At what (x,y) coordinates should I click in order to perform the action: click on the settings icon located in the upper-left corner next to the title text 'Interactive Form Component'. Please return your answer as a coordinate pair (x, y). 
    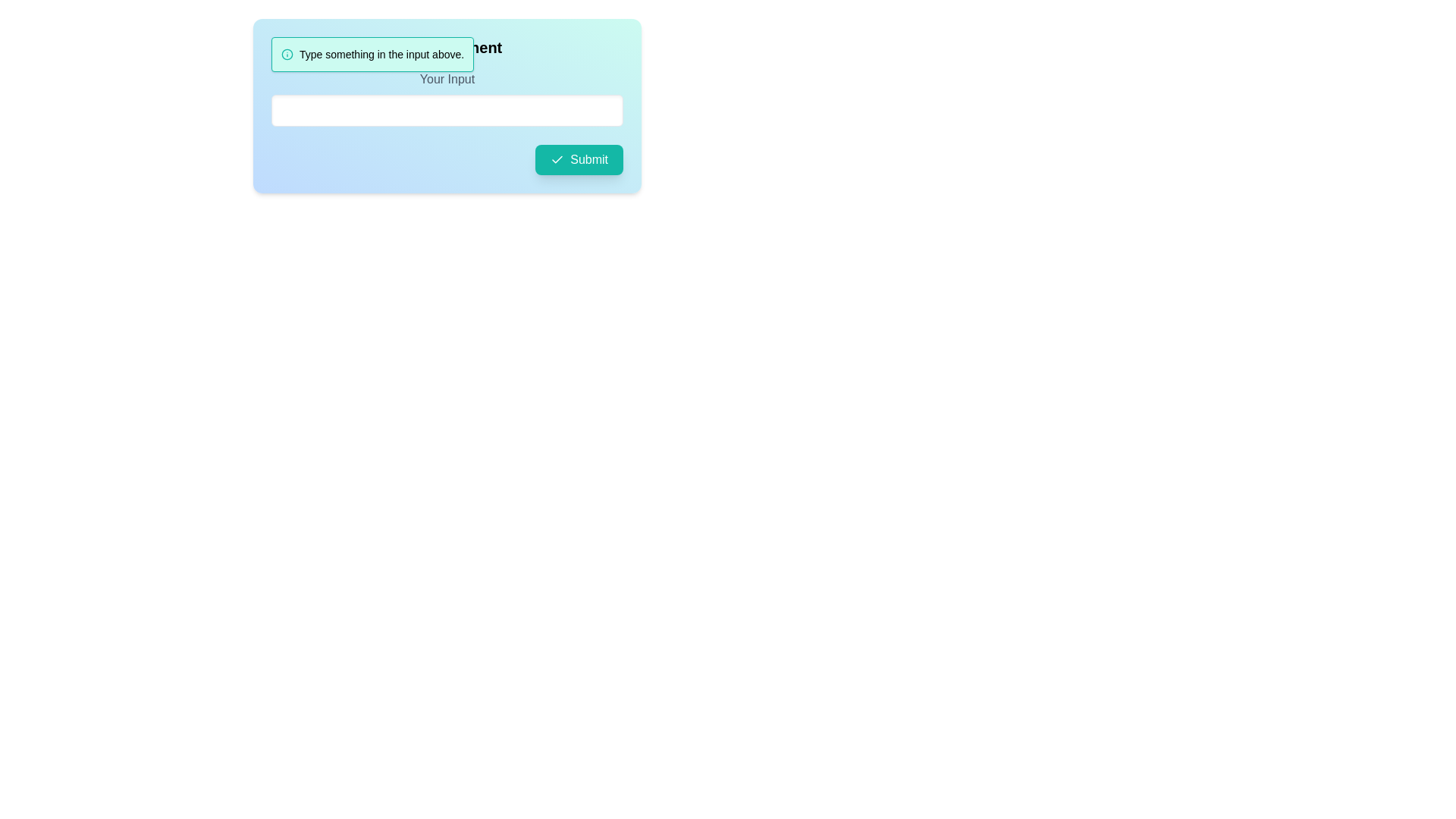
    Looking at the image, I should click on (280, 46).